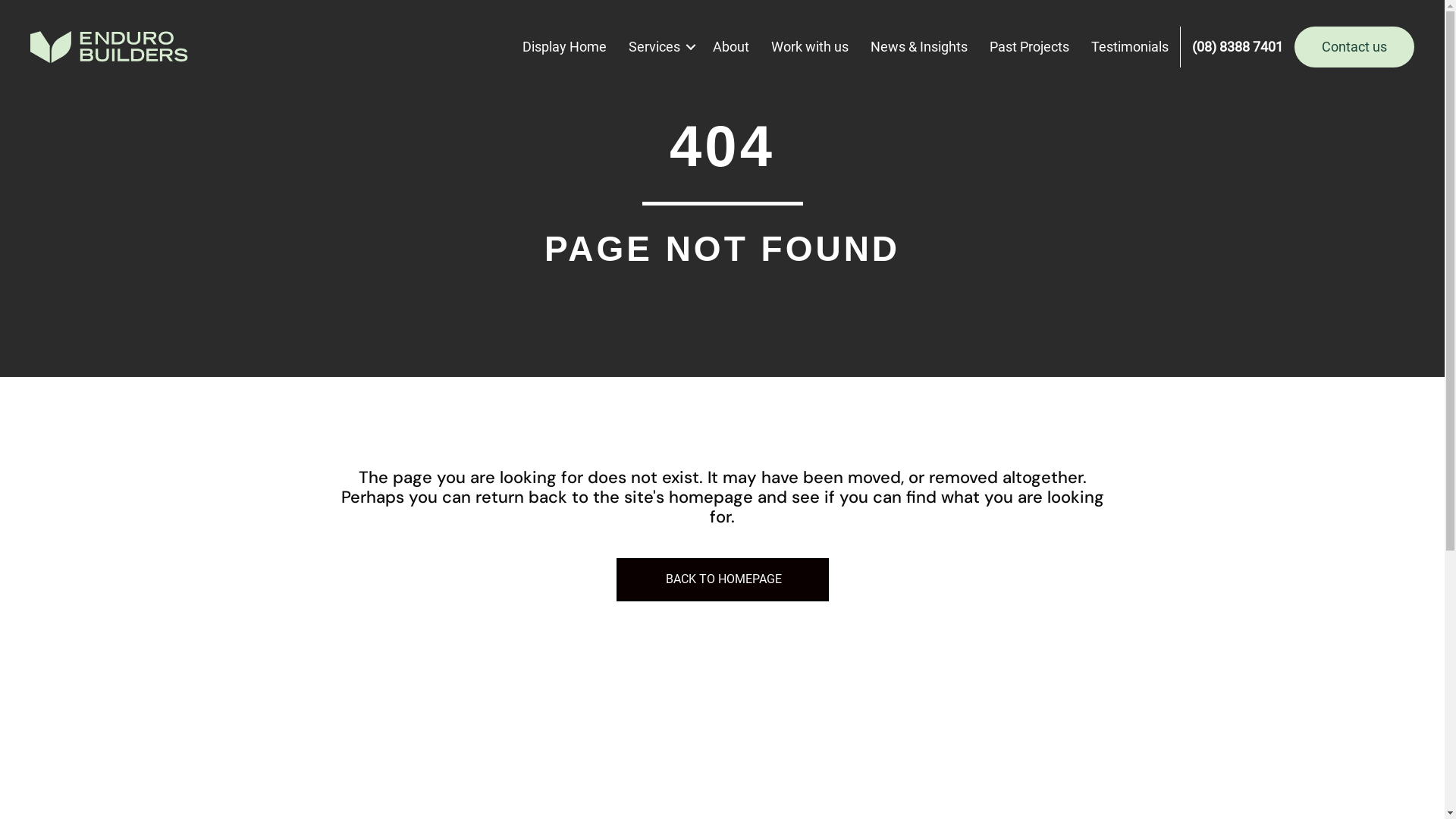 The width and height of the screenshot is (1456, 819). I want to click on 'logo', so click(108, 45).